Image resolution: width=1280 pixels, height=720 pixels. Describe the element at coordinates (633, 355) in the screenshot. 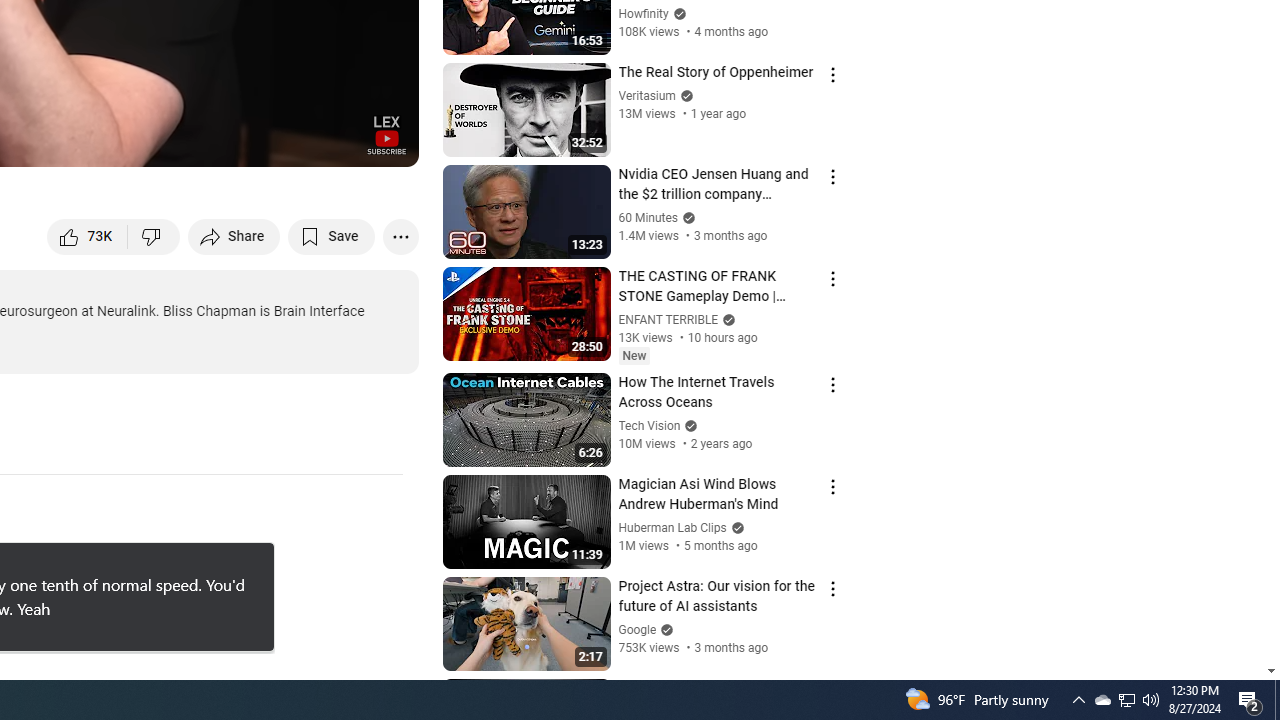

I see `'New'` at that location.